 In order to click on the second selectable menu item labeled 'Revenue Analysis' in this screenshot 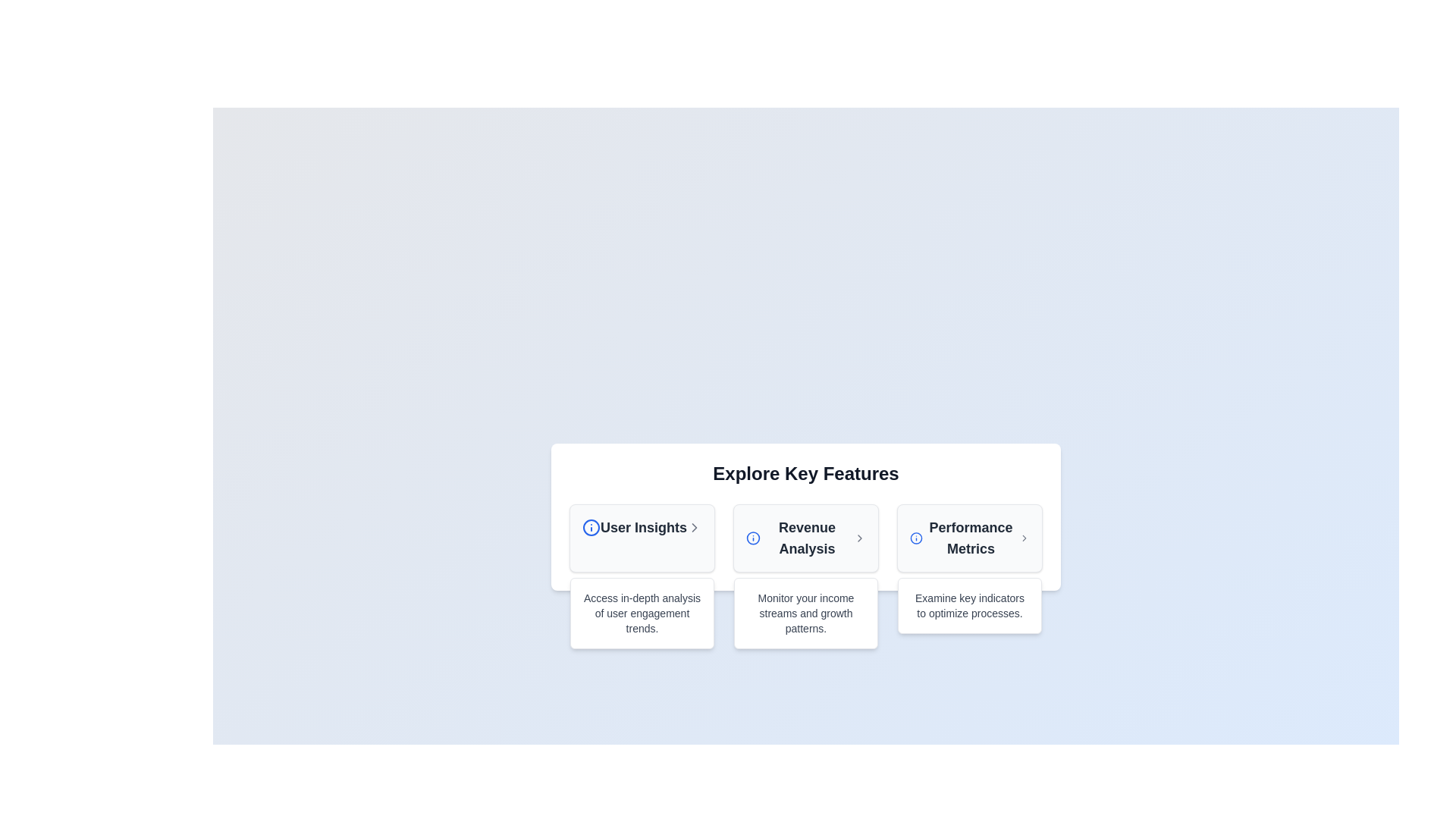, I will do `click(805, 537)`.